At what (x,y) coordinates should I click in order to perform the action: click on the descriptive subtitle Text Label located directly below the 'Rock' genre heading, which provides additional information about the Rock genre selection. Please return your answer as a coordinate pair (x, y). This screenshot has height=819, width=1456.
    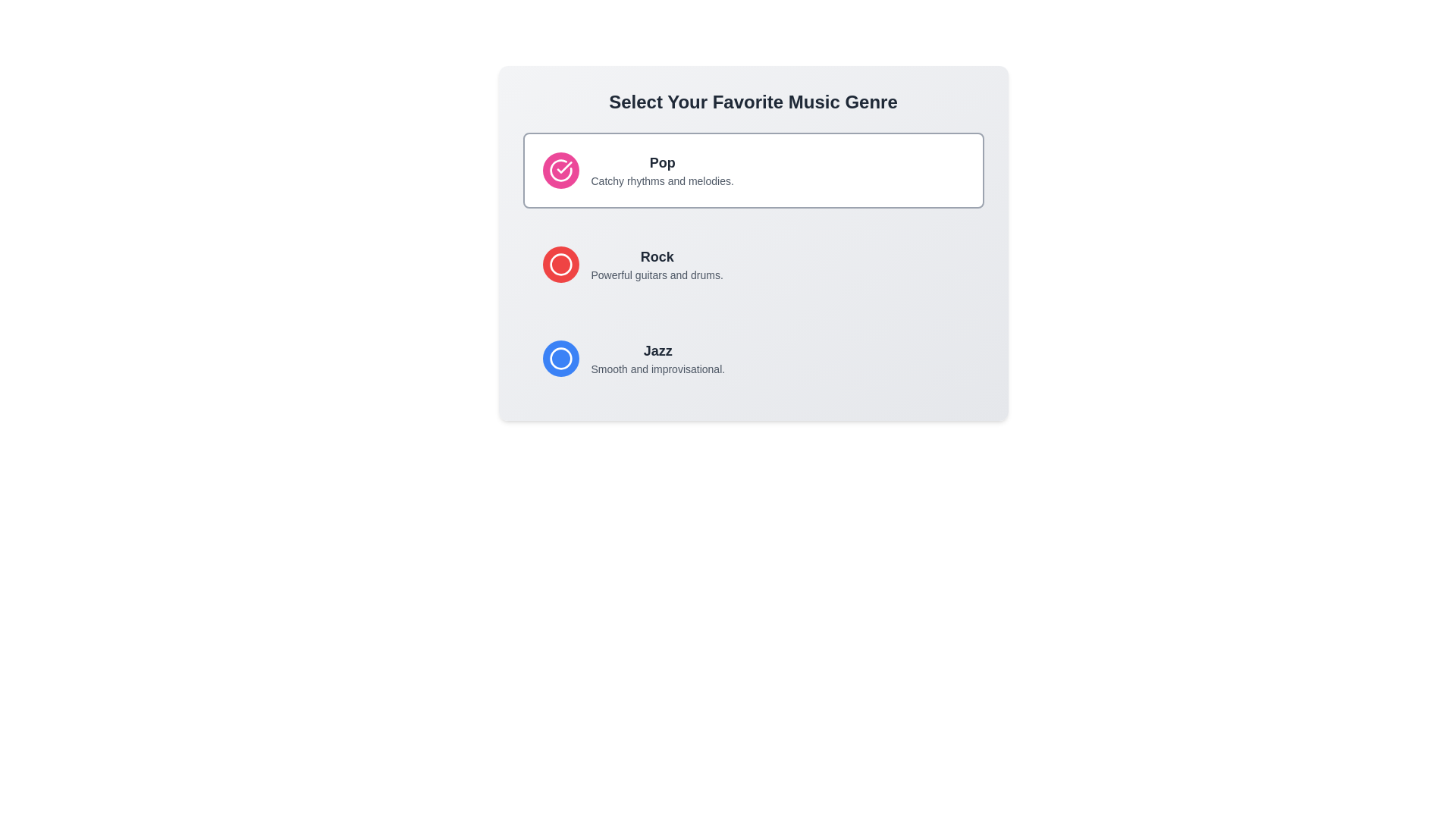
    Looking at the image, I should click on (657, 275).